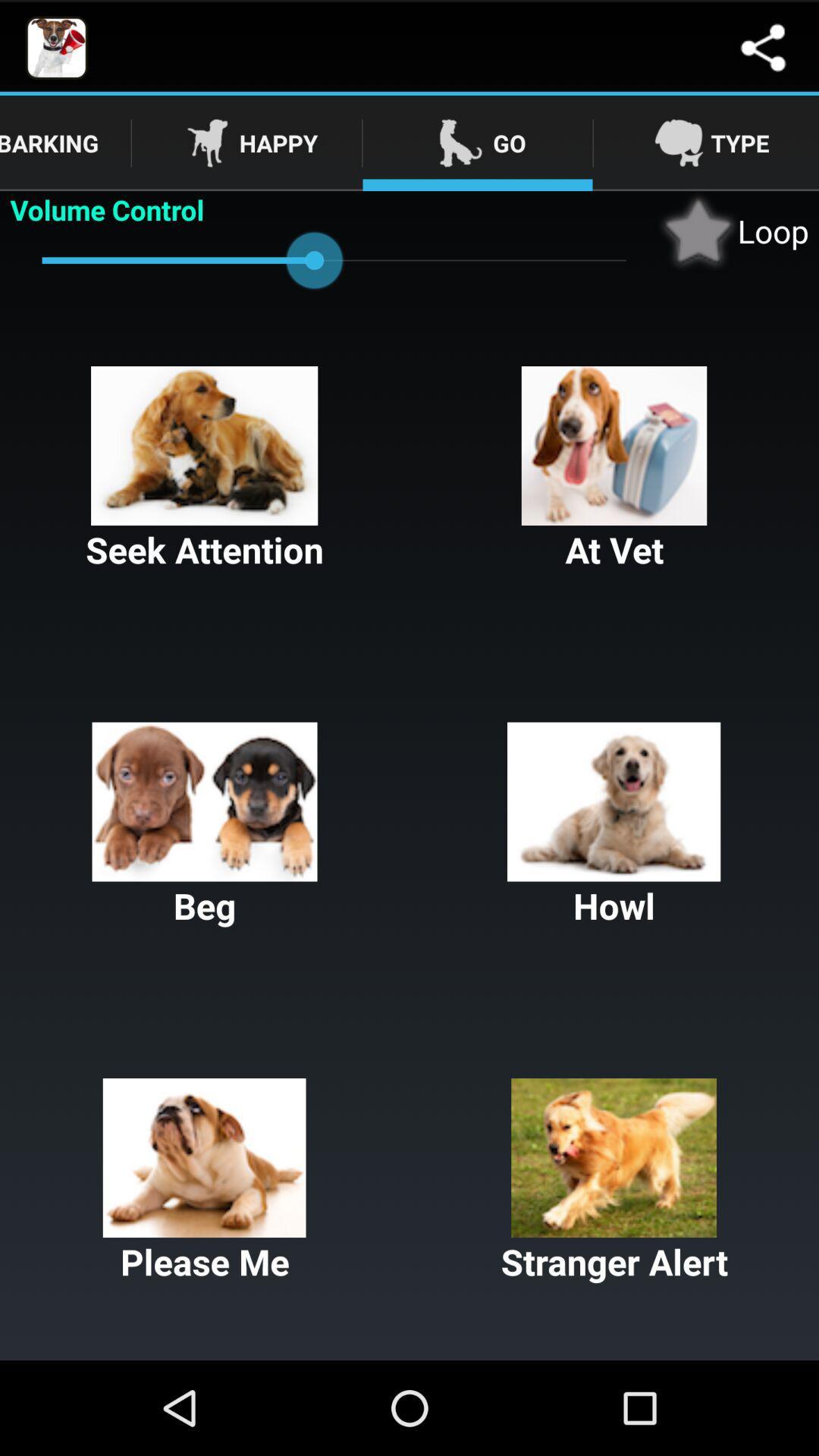 The width and height of the screenshot is (819, 1456). Describe the element at coordinates (733, 230) in the screenshot. I see `icon to the right of volume control` at that location.